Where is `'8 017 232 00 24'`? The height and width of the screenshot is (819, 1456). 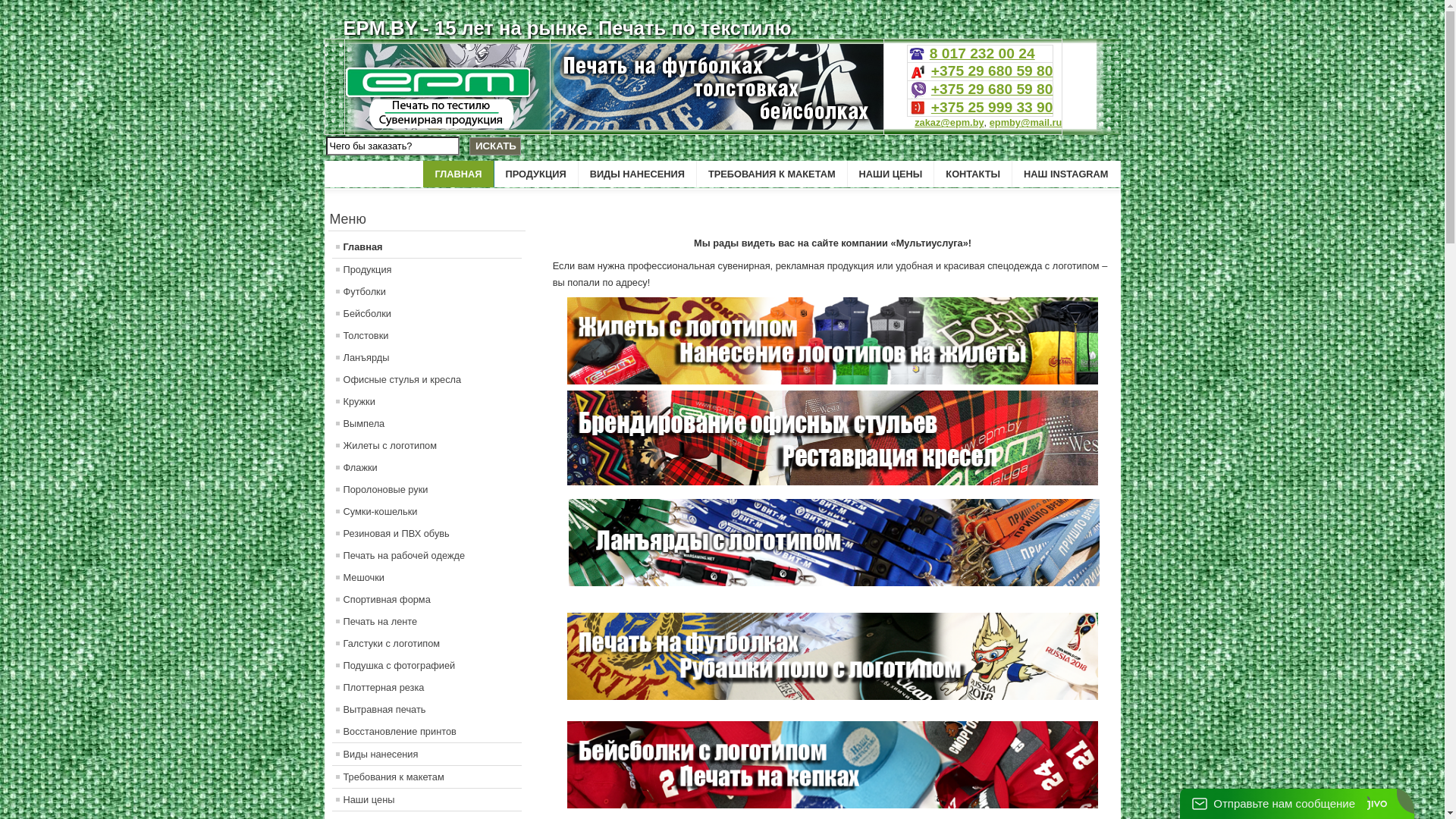 '8 017 232 00 24' is located at coordinates (928, 52).